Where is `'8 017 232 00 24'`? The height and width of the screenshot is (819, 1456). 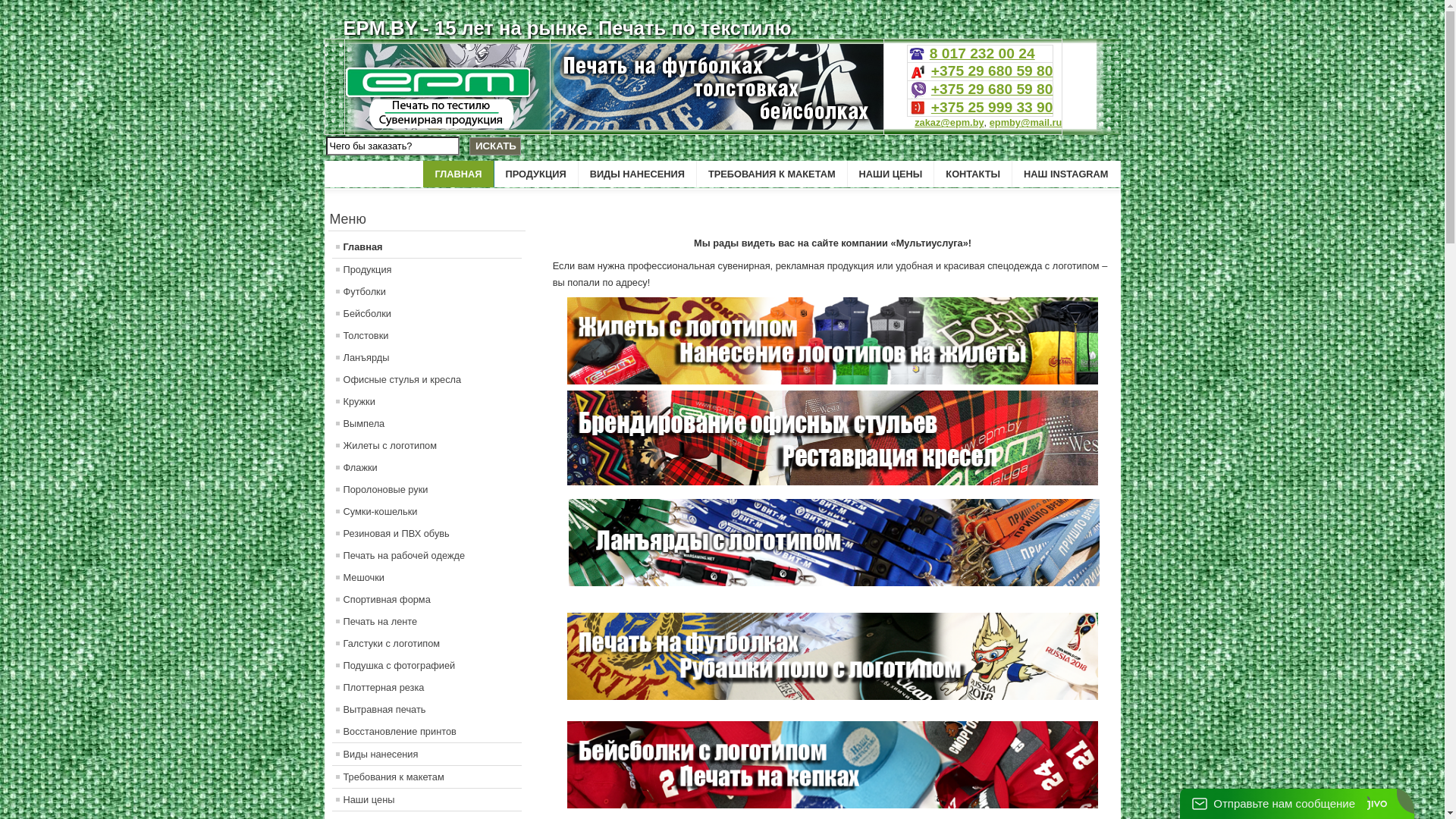 '8 017 232 00 24' is located at coordinates (928, 52).